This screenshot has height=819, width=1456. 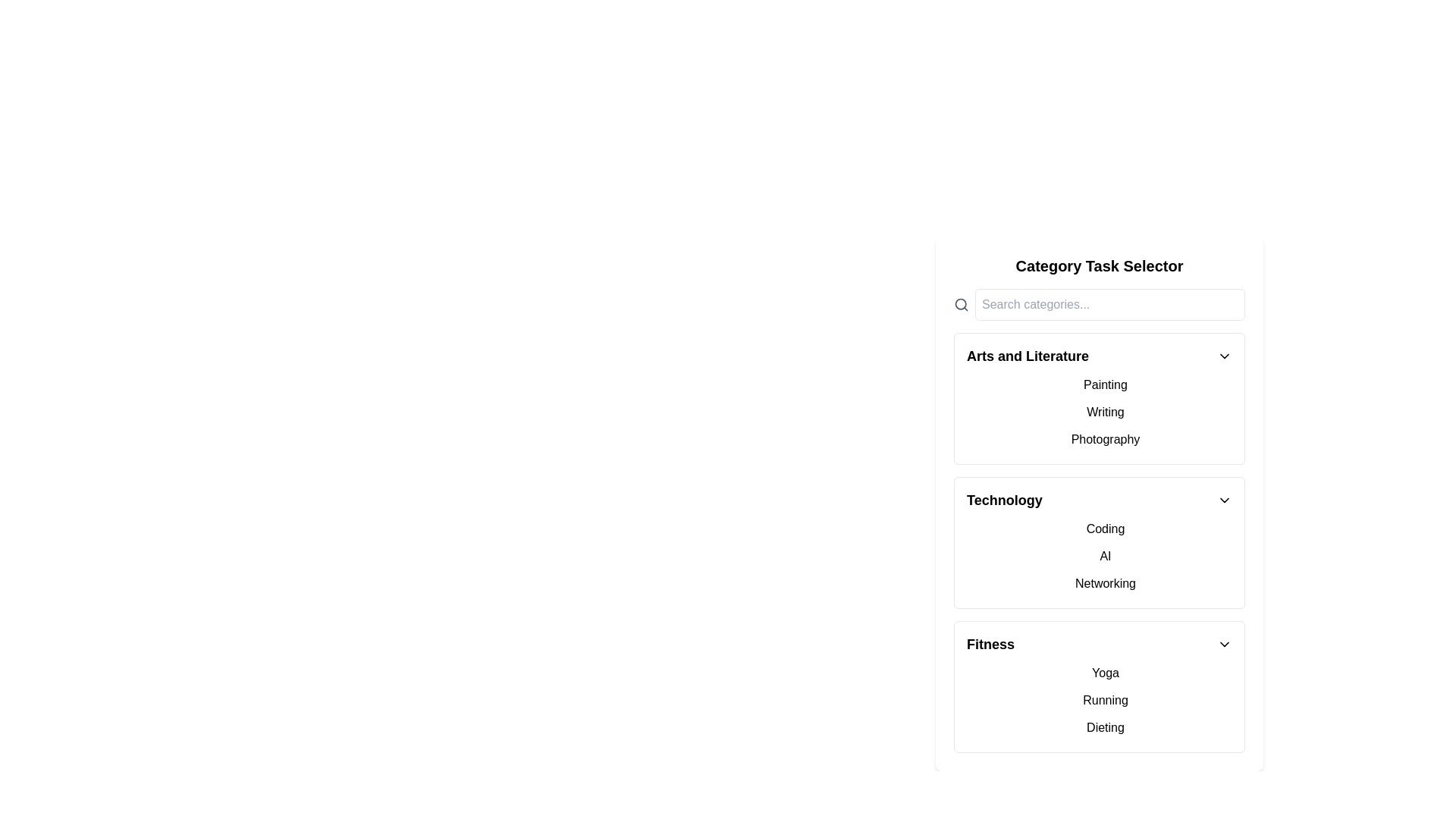 I want to click on the chevron icon located to the far right of the 'Technology' section header, so click(x=1224, y=500).